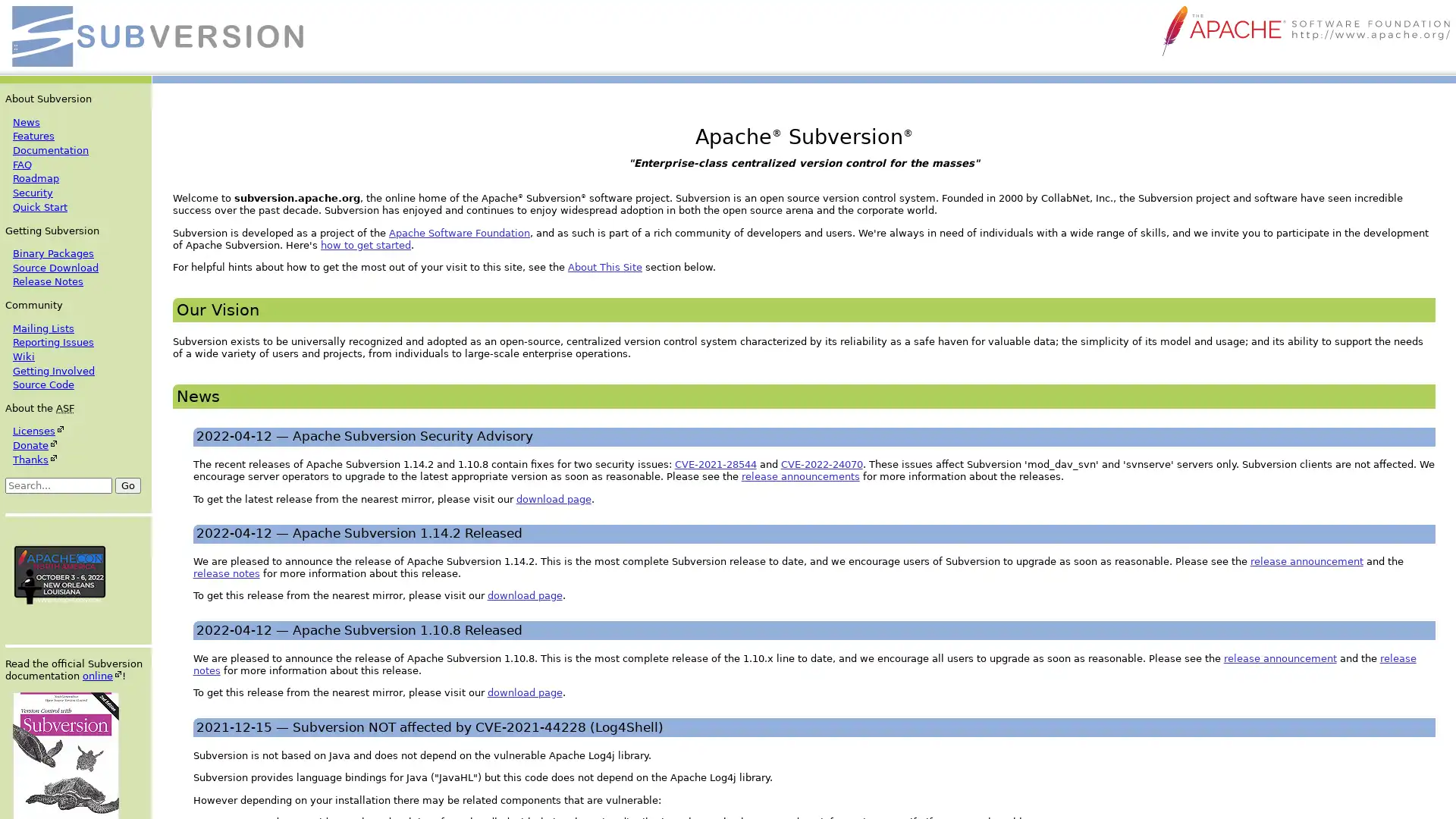  I want to click on Go, so click(127, 485).